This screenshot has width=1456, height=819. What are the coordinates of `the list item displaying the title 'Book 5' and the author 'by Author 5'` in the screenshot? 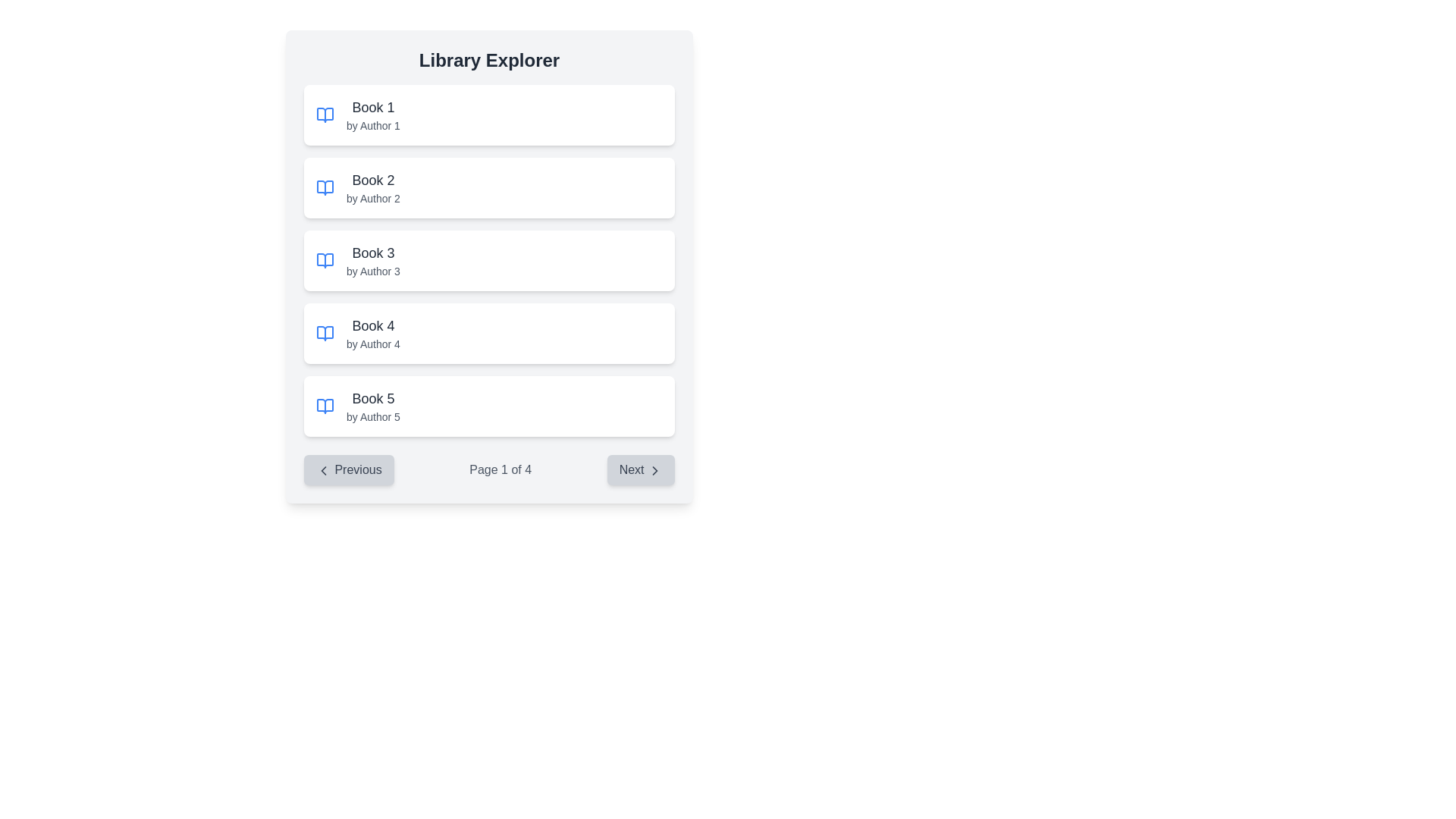 It's located at (489, 406).